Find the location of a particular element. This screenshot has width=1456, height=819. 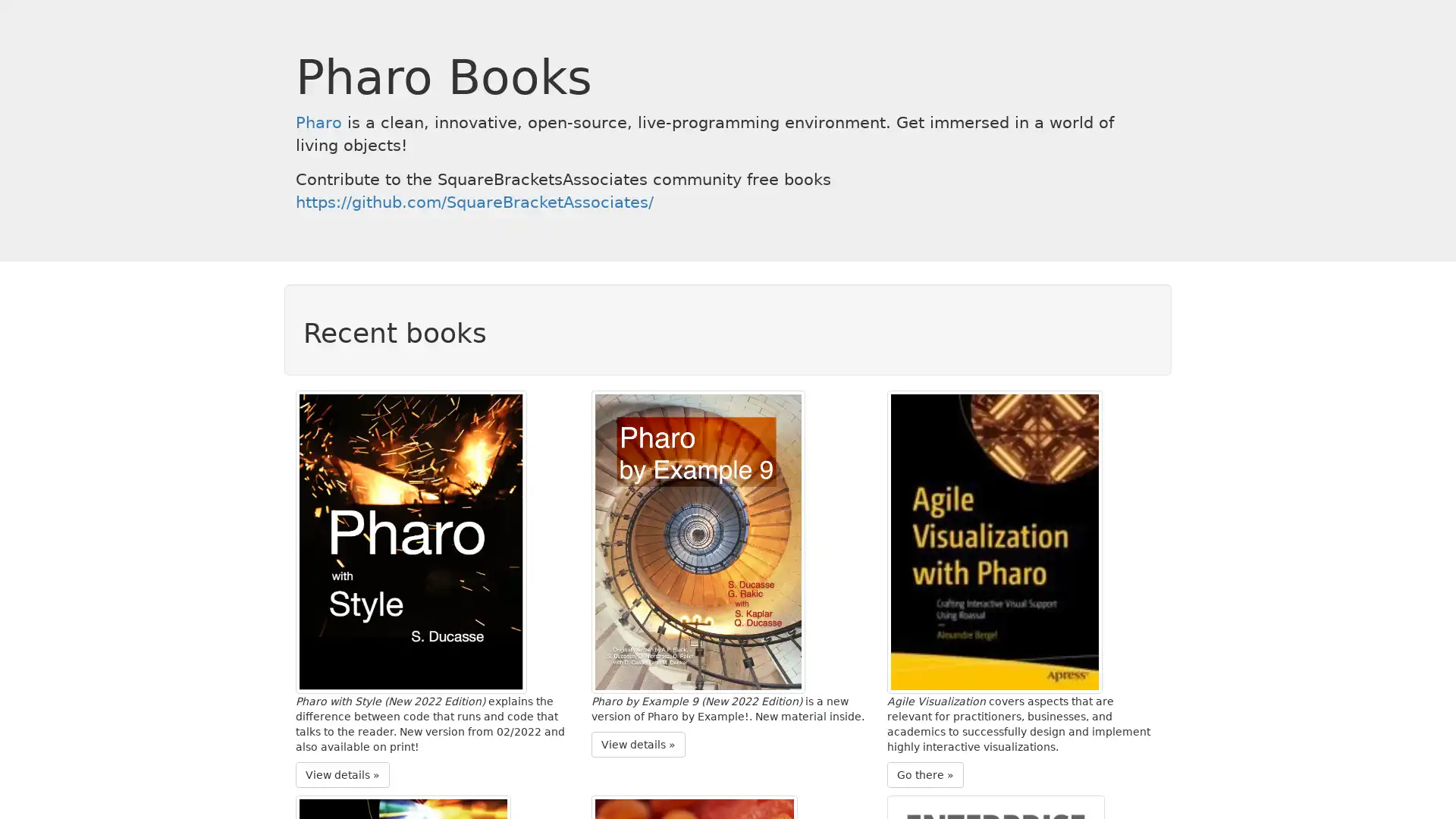

Go there is located at coordinates (924, 774).